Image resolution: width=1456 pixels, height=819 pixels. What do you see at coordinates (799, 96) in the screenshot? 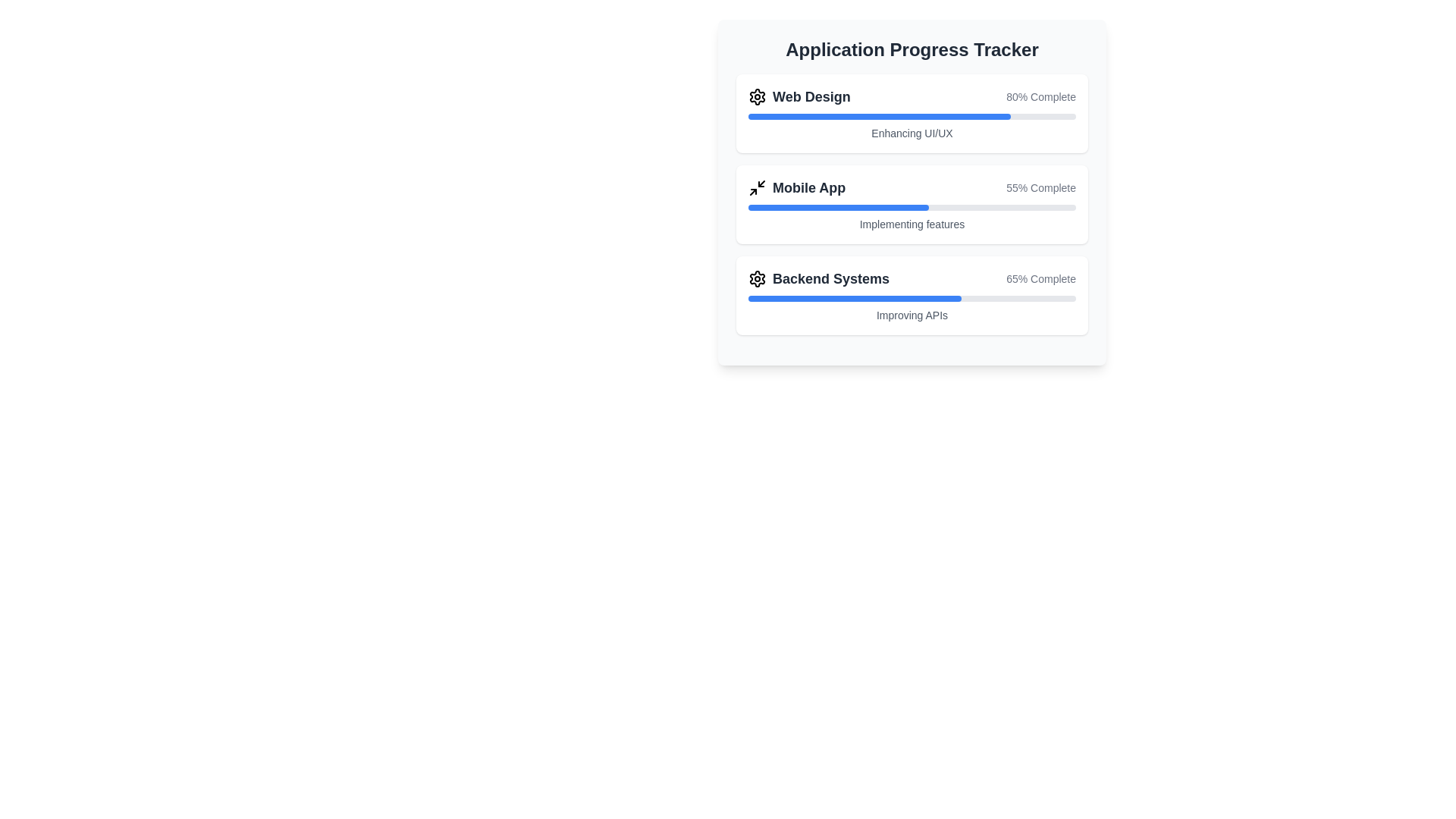
I see `text of the bold label displaying 'Web Design' located at the top of the progress tracker interface` at bounding box center [799, 96].